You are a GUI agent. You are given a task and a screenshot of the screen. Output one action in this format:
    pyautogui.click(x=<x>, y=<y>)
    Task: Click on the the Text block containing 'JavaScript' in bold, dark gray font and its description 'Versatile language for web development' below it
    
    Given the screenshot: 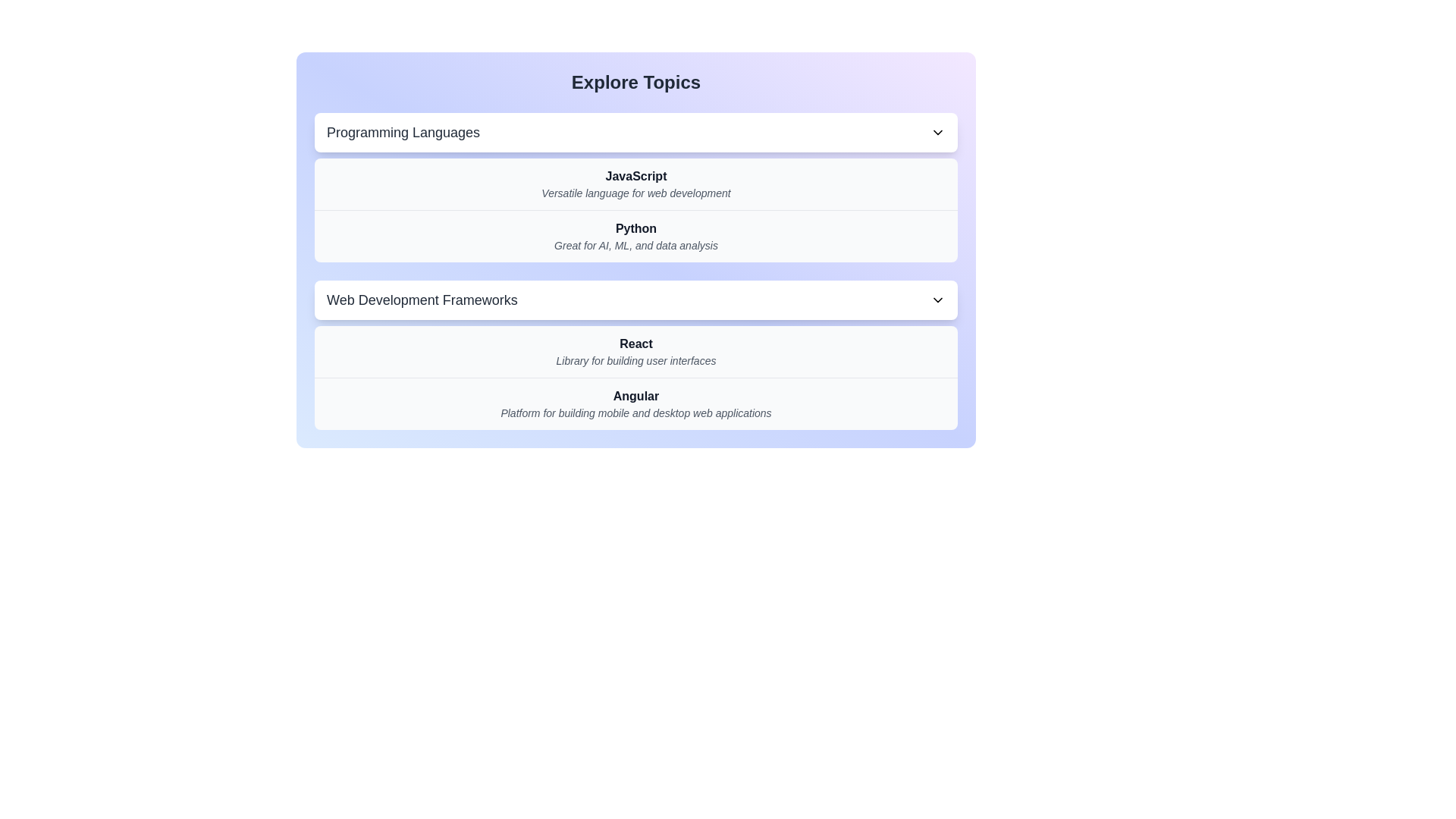 What is the action you would take?
    pyautogui.click(x=636, y=184)
    